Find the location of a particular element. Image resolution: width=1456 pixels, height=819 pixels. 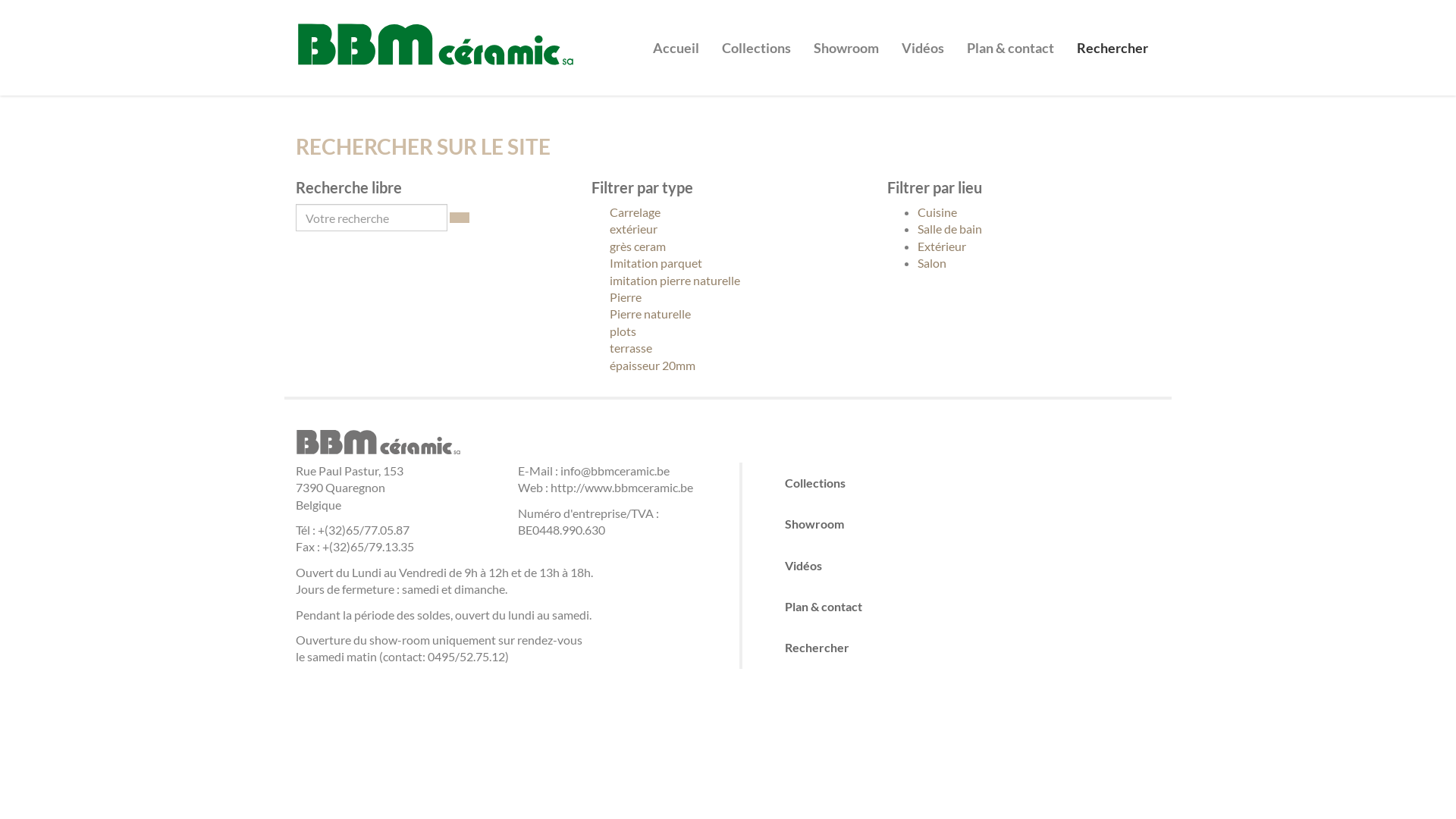

'Showroom' is located at coordinates (846, 35).